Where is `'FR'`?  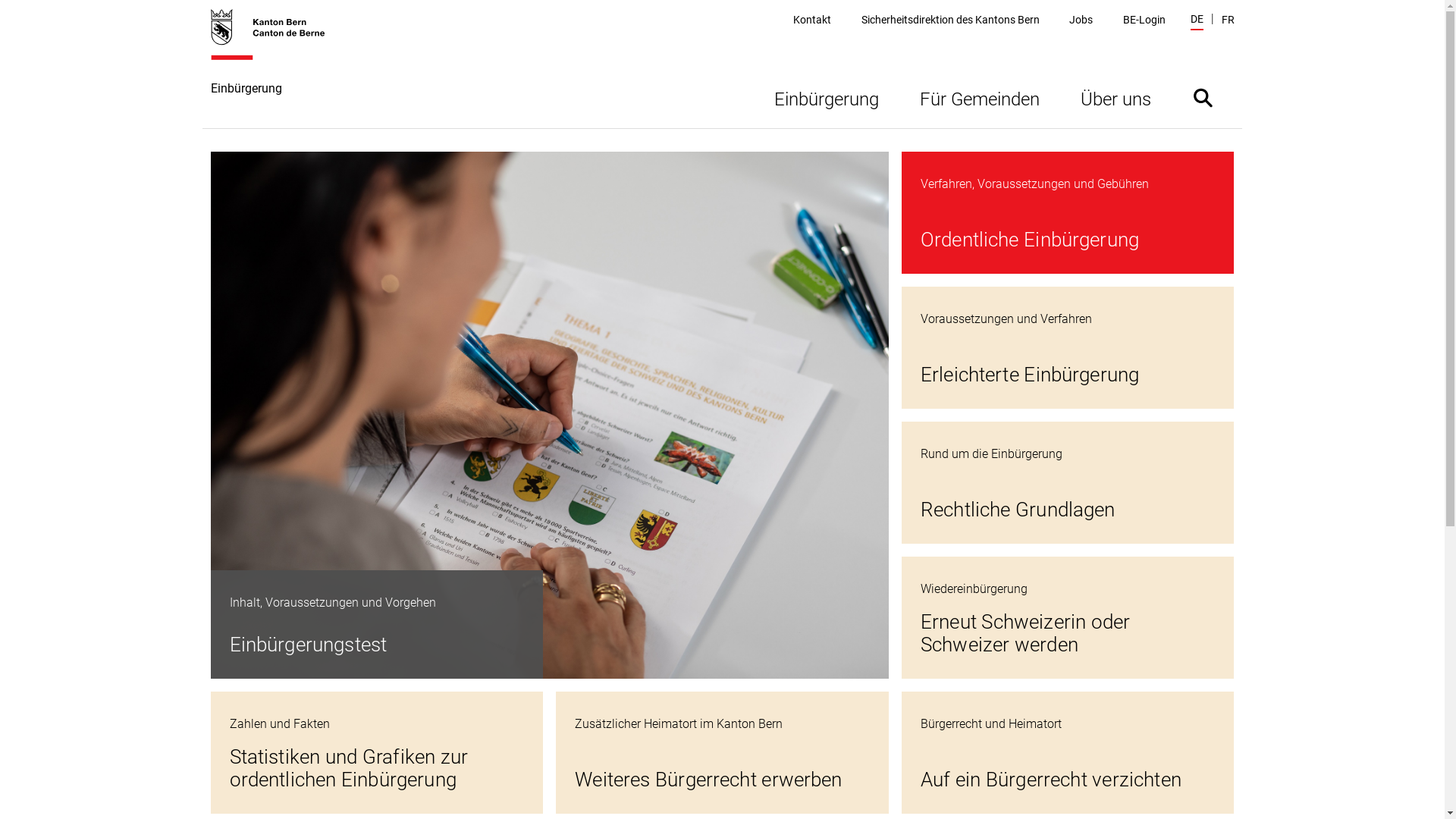 'FR' is located at coordinates (1227, 20).